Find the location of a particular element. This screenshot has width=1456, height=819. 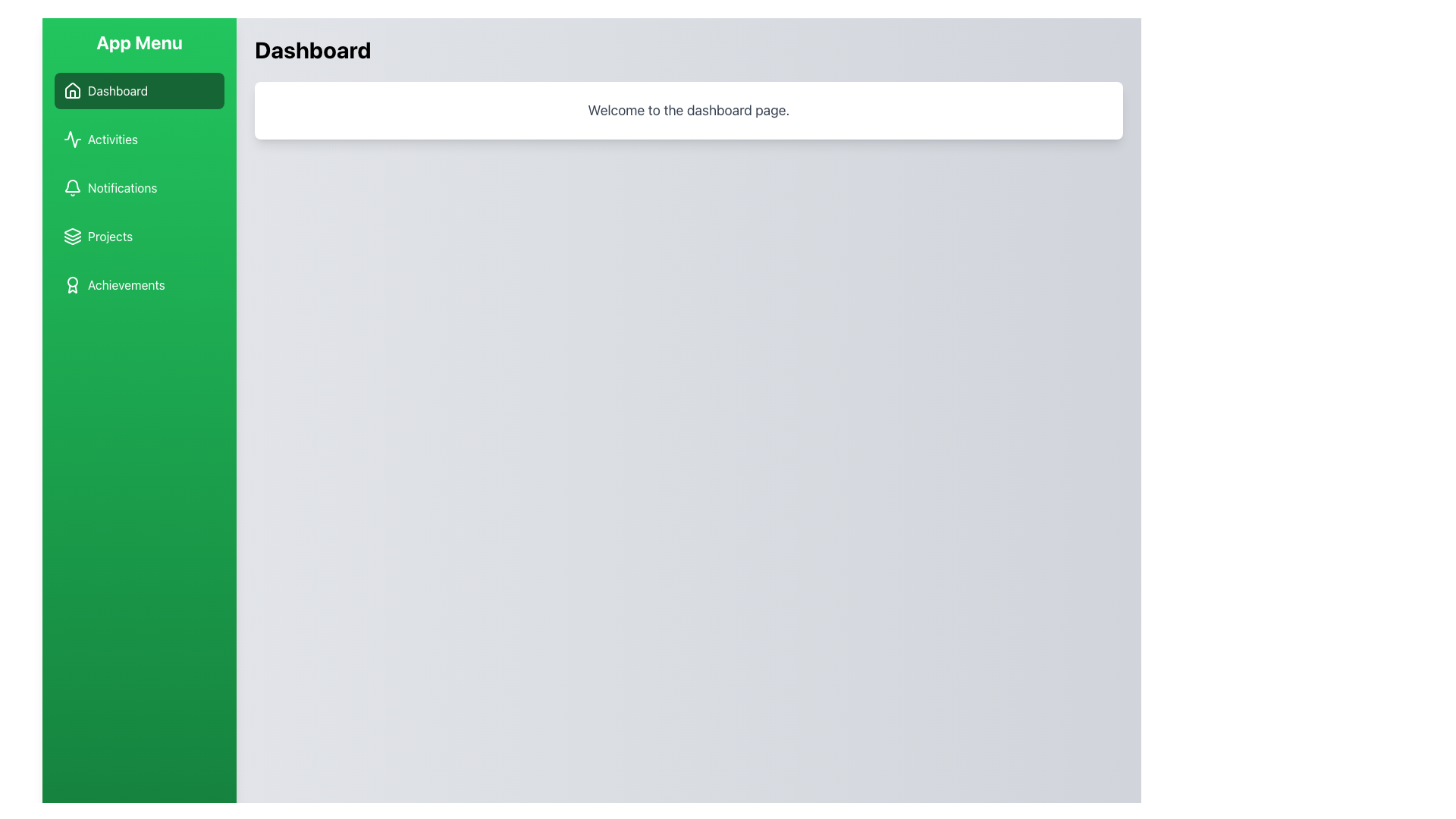

the 'Dashboard' text button located at the top of the vertical menu on the left side of the interface to bring it into view is located at coordinates (117, 90).